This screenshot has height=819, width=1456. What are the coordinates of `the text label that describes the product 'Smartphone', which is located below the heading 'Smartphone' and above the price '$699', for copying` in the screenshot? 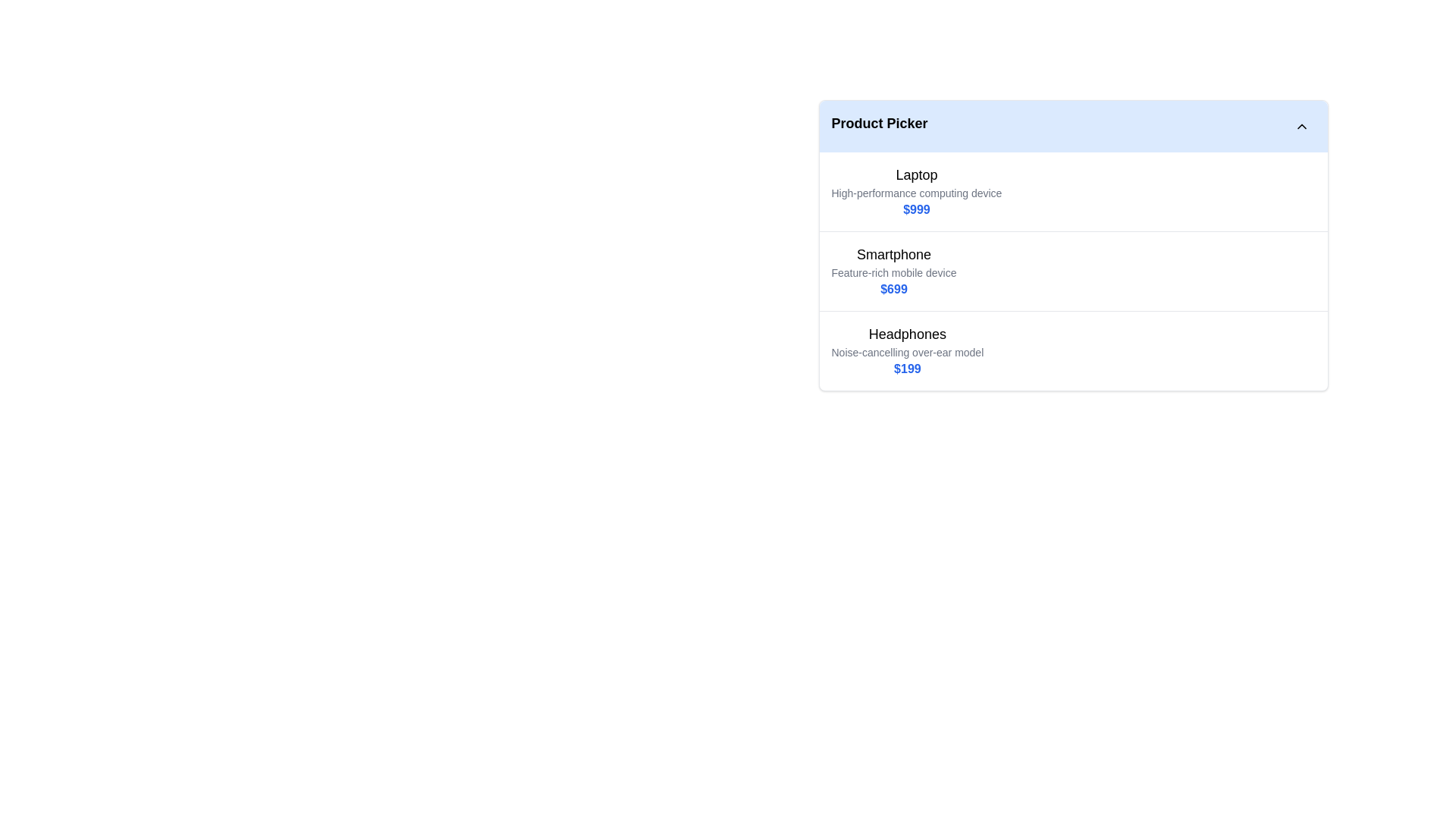 It's located at (894, 271).